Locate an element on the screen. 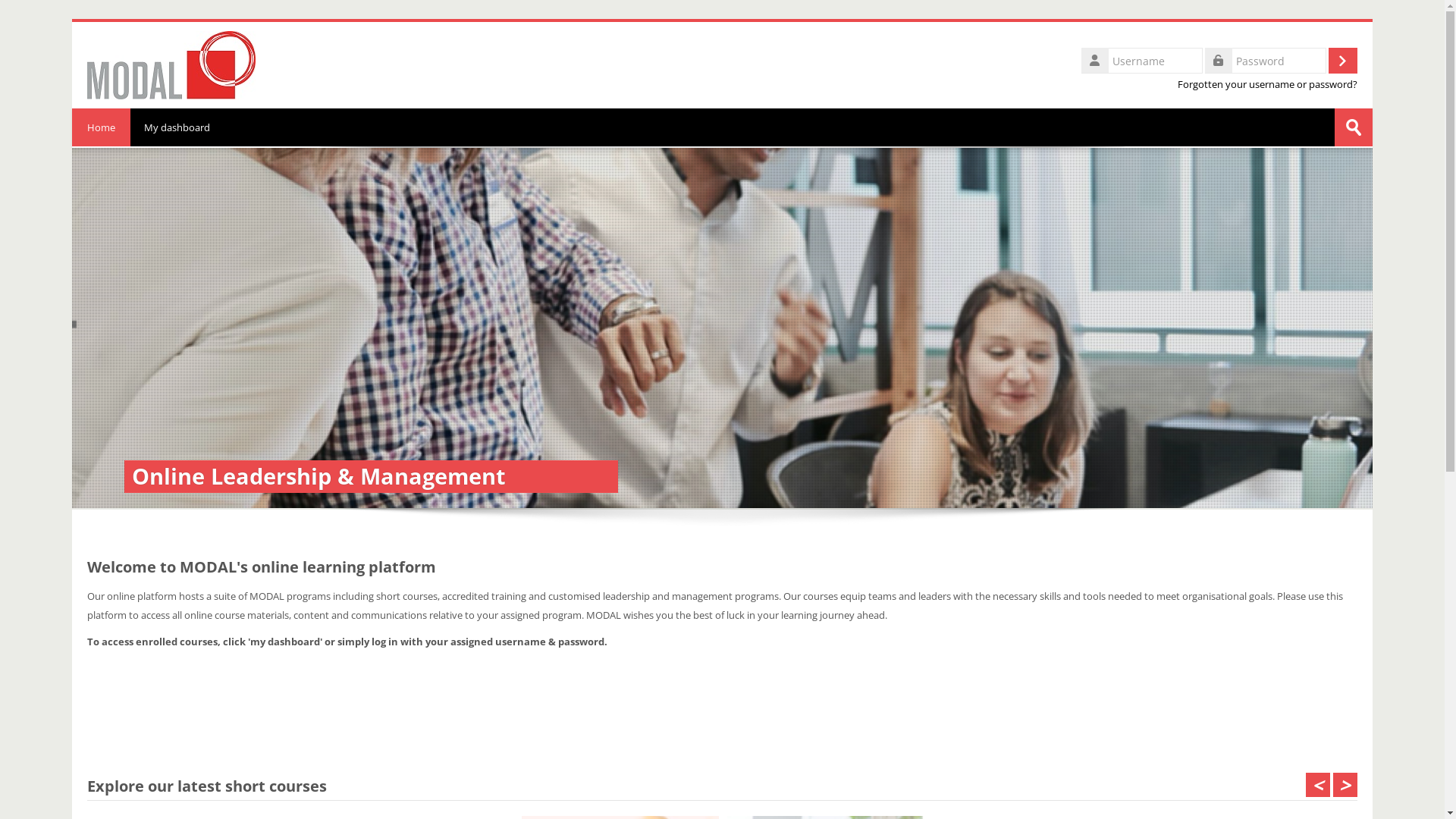  'Home' is located at coordinates (171, 63).